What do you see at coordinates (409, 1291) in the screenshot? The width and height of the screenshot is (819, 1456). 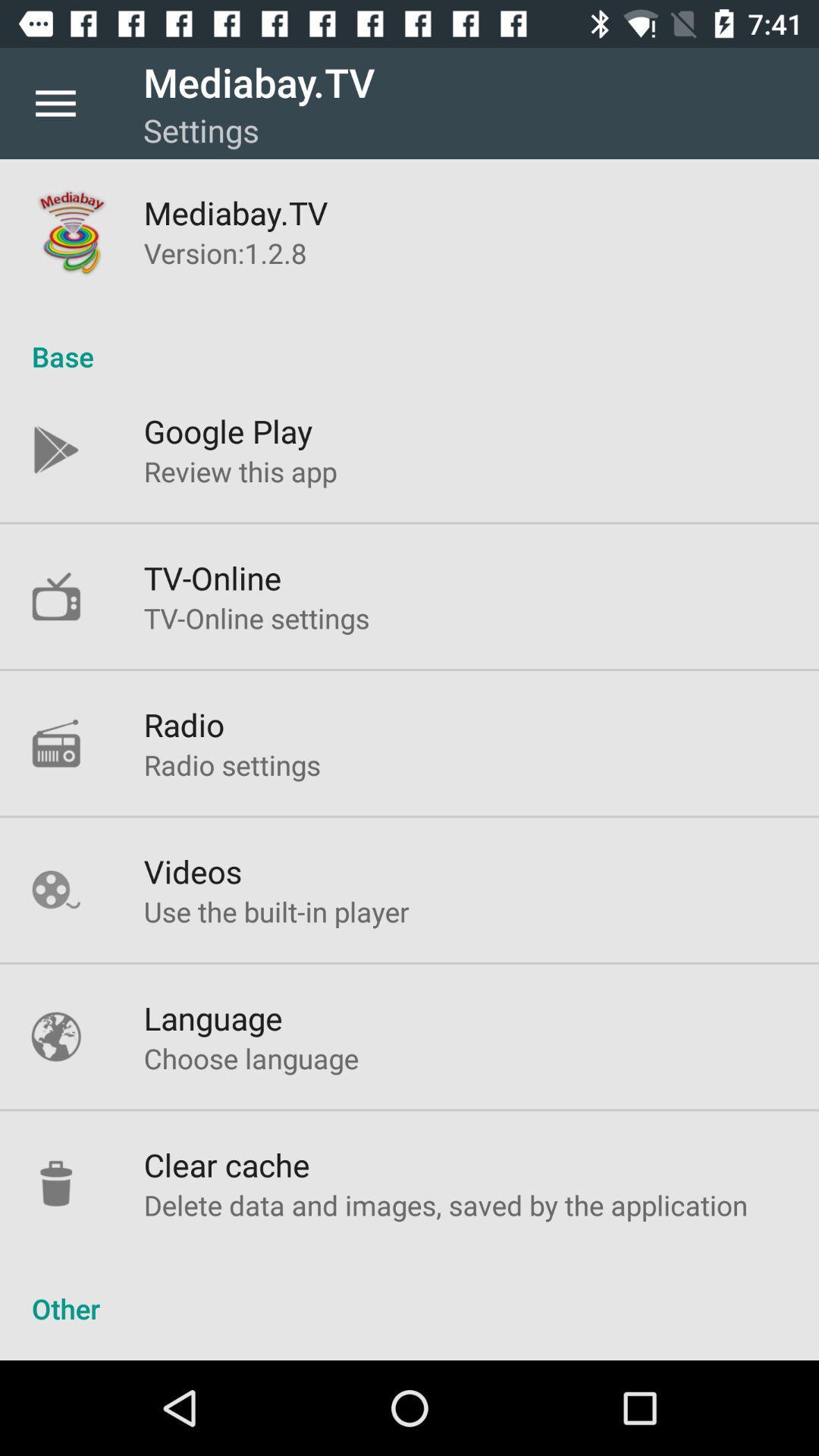 I see `other item` at bounding box center [409, 1291].